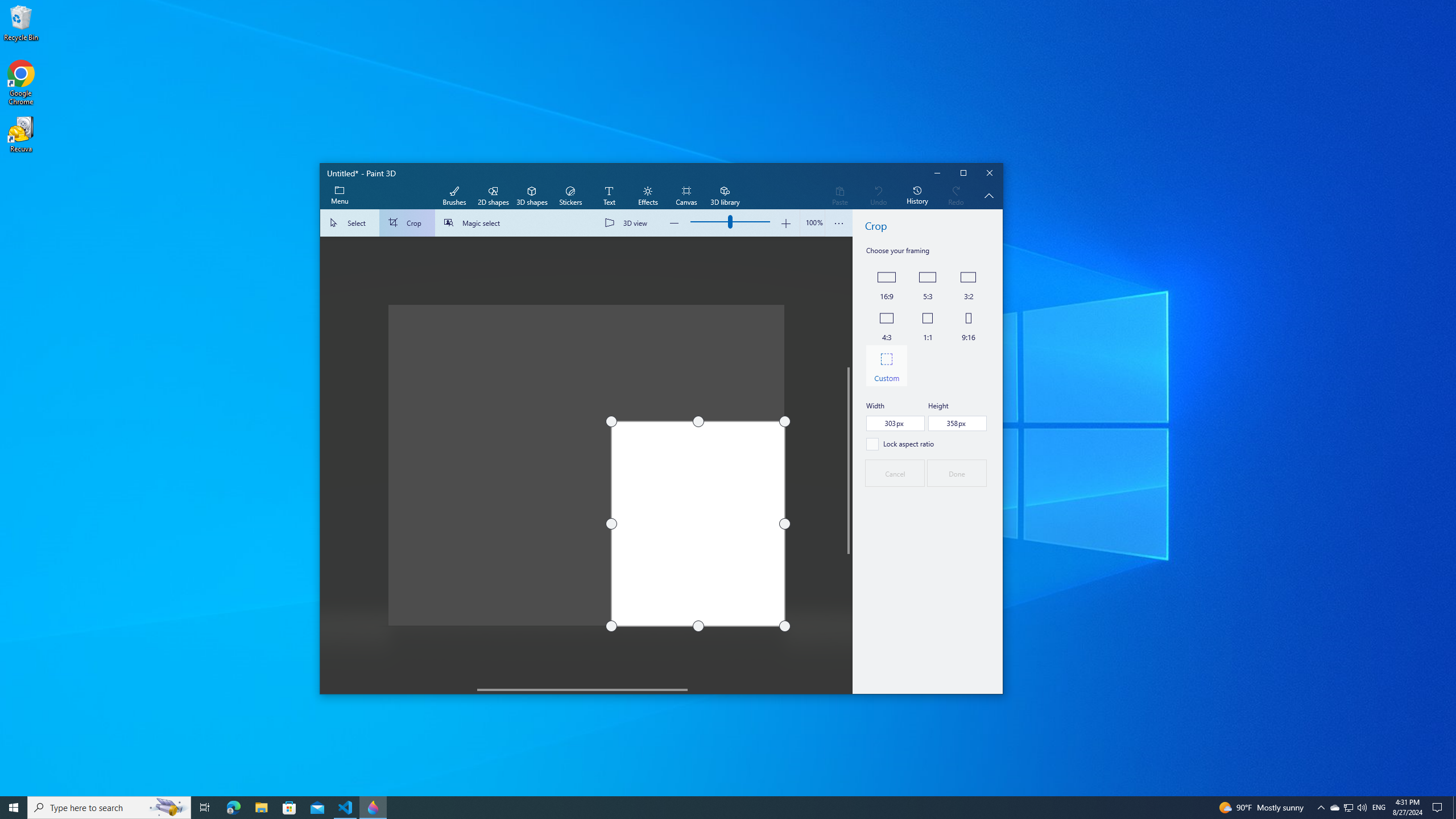 The image size is (1456, 819). I want to click on 'Magic select', so click(474, 222).